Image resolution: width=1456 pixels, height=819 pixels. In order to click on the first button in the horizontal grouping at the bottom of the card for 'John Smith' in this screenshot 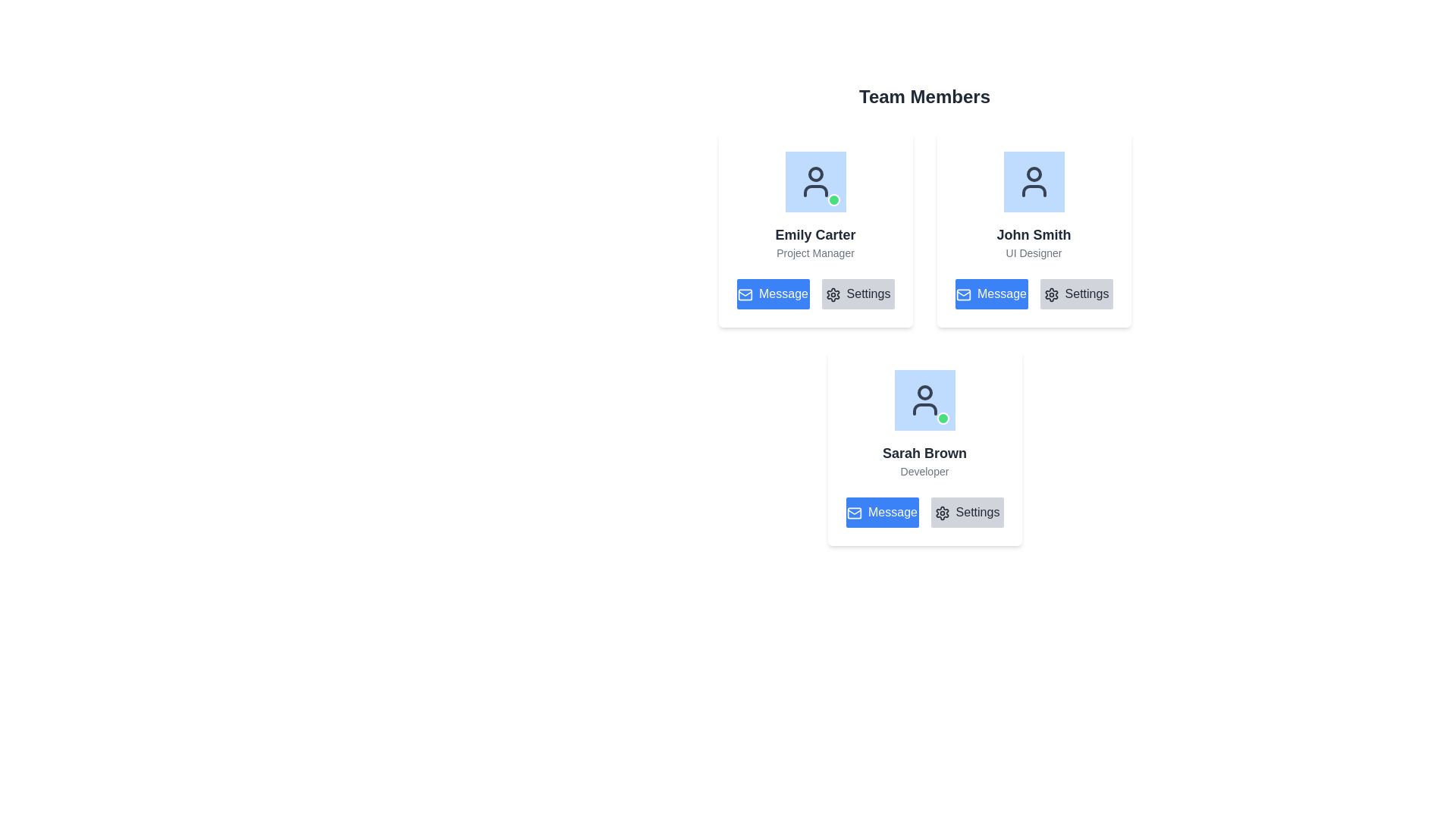, I will do `click(991, 294)`.